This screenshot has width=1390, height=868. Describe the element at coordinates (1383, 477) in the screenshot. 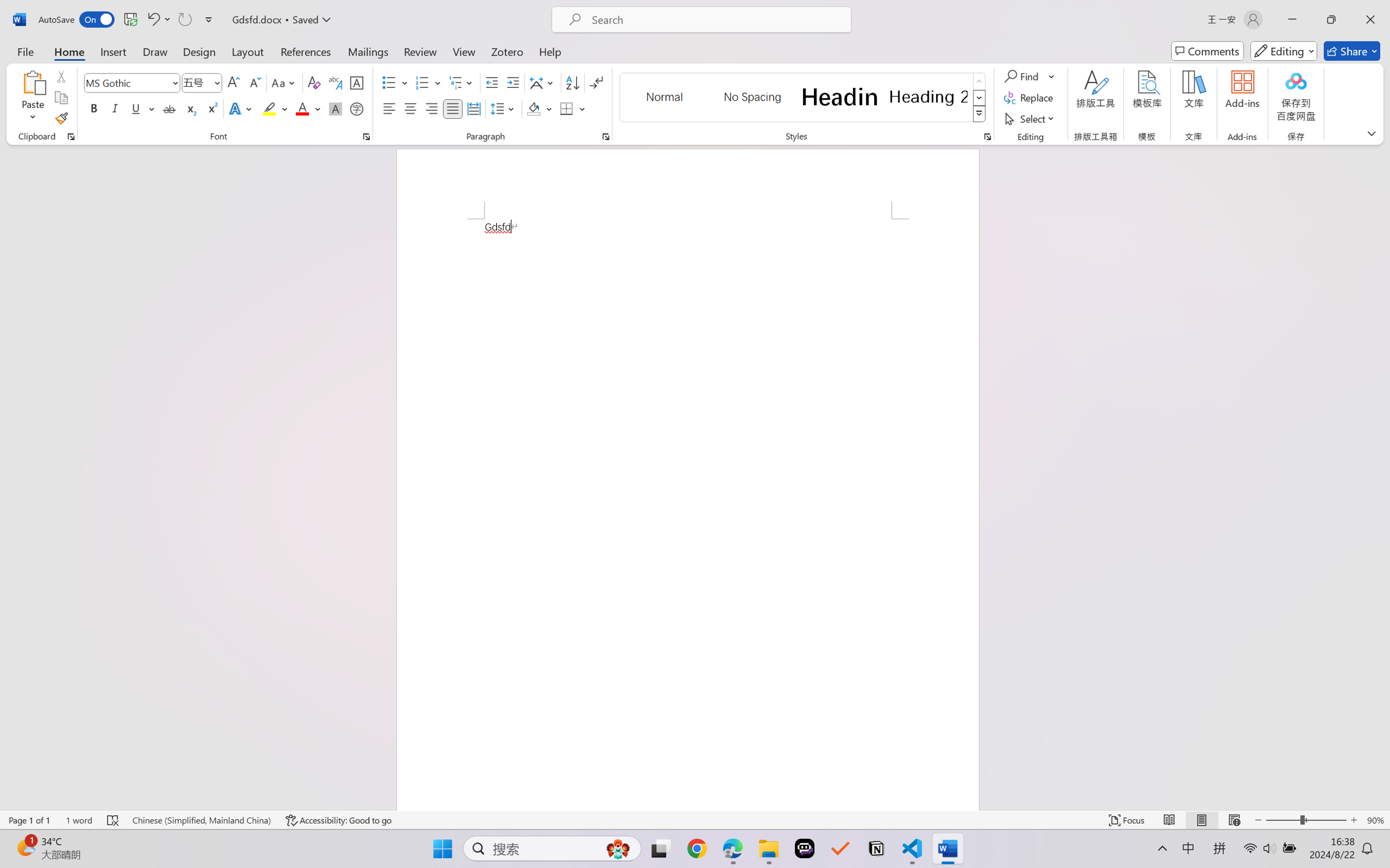

I see `'Class: NetUIScrollBar'` at that location.